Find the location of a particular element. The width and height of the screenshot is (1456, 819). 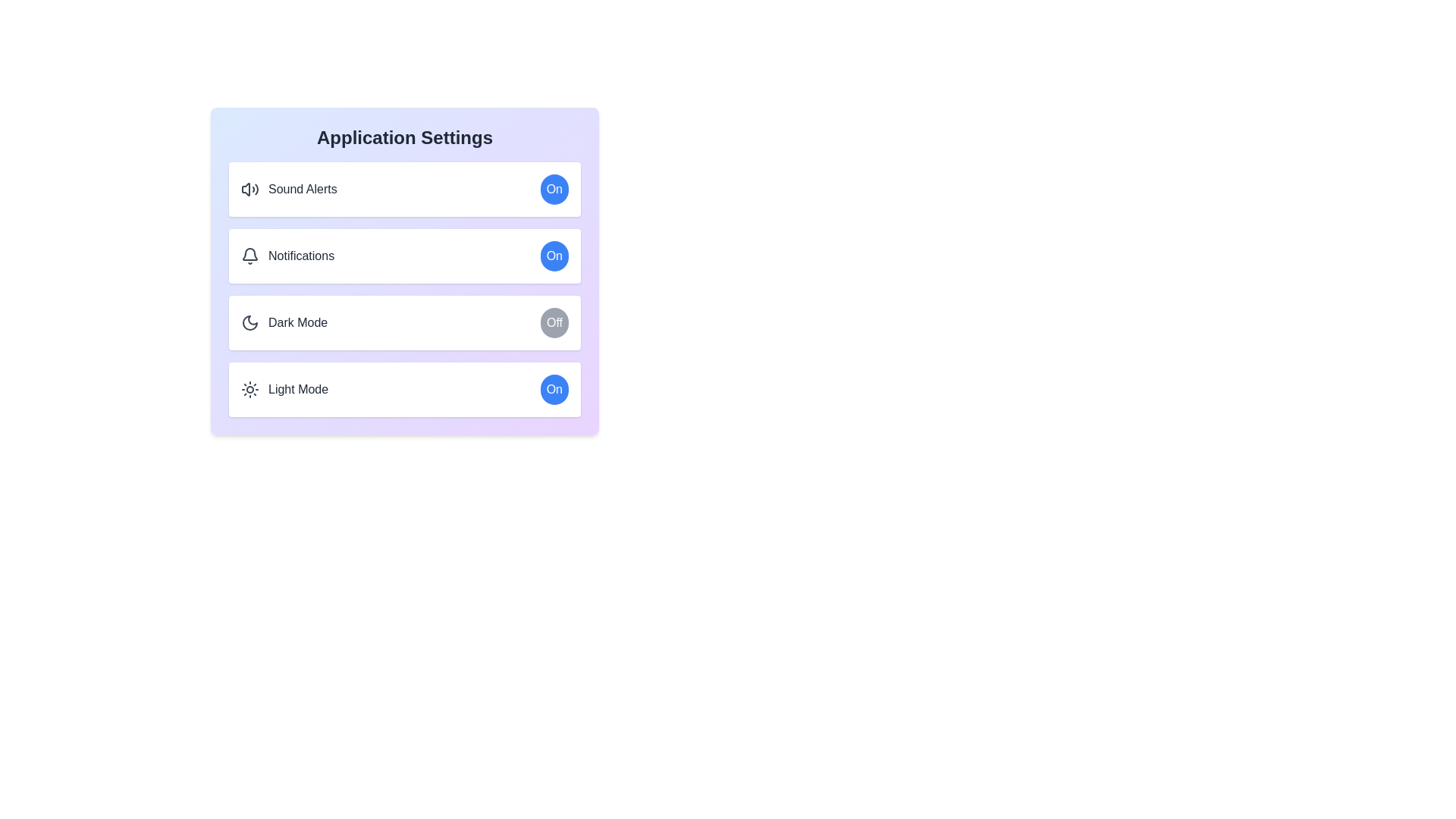

the Label with a descriptive icon that represents the configuration option for enabling or disabling dark mode, located in the third row of the settings panel is located at coordinates (284, 322).